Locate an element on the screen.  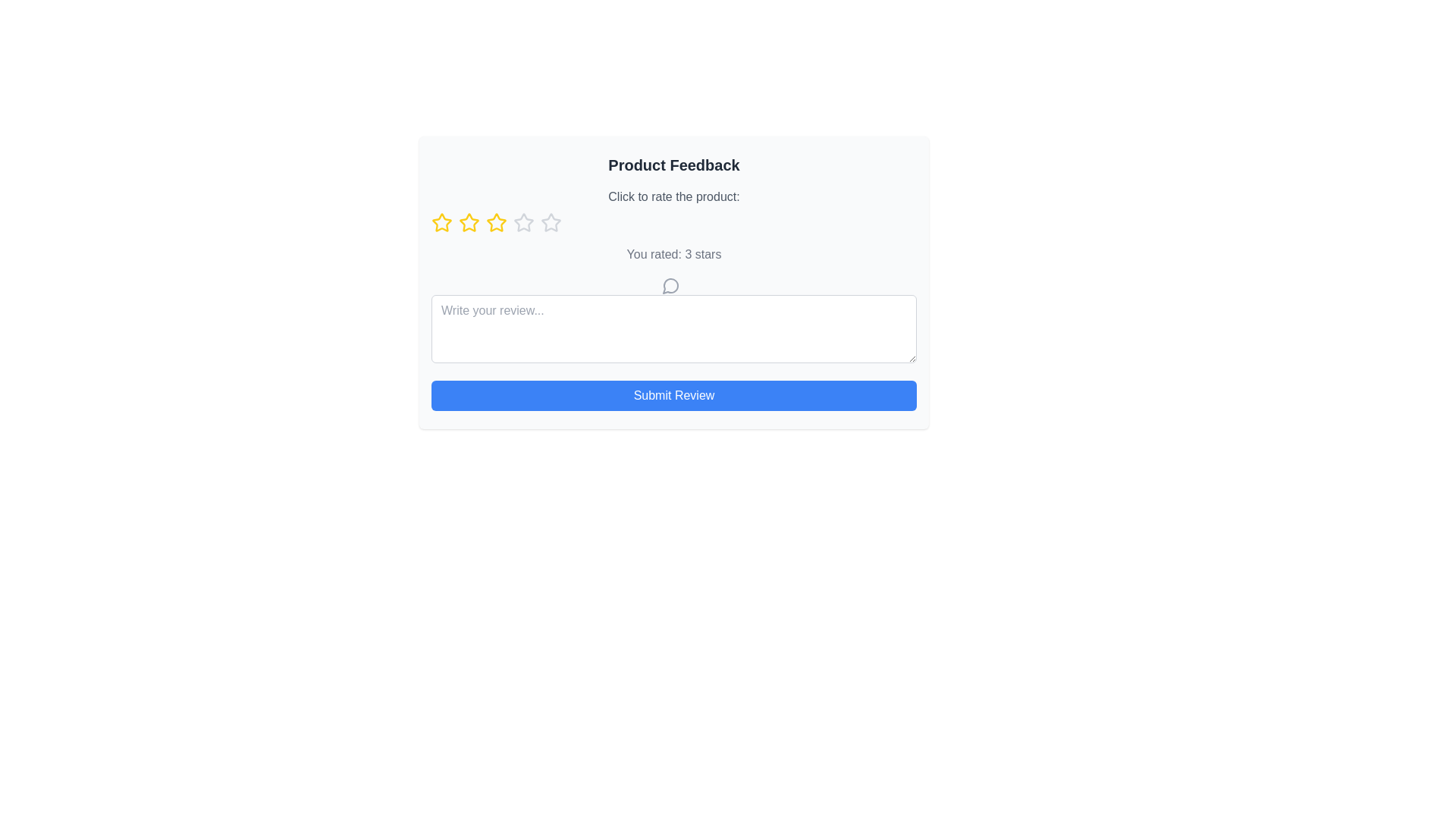
the third yellow star icon with a hollow center in the row of rating stars is located at coordinates (469, 222).